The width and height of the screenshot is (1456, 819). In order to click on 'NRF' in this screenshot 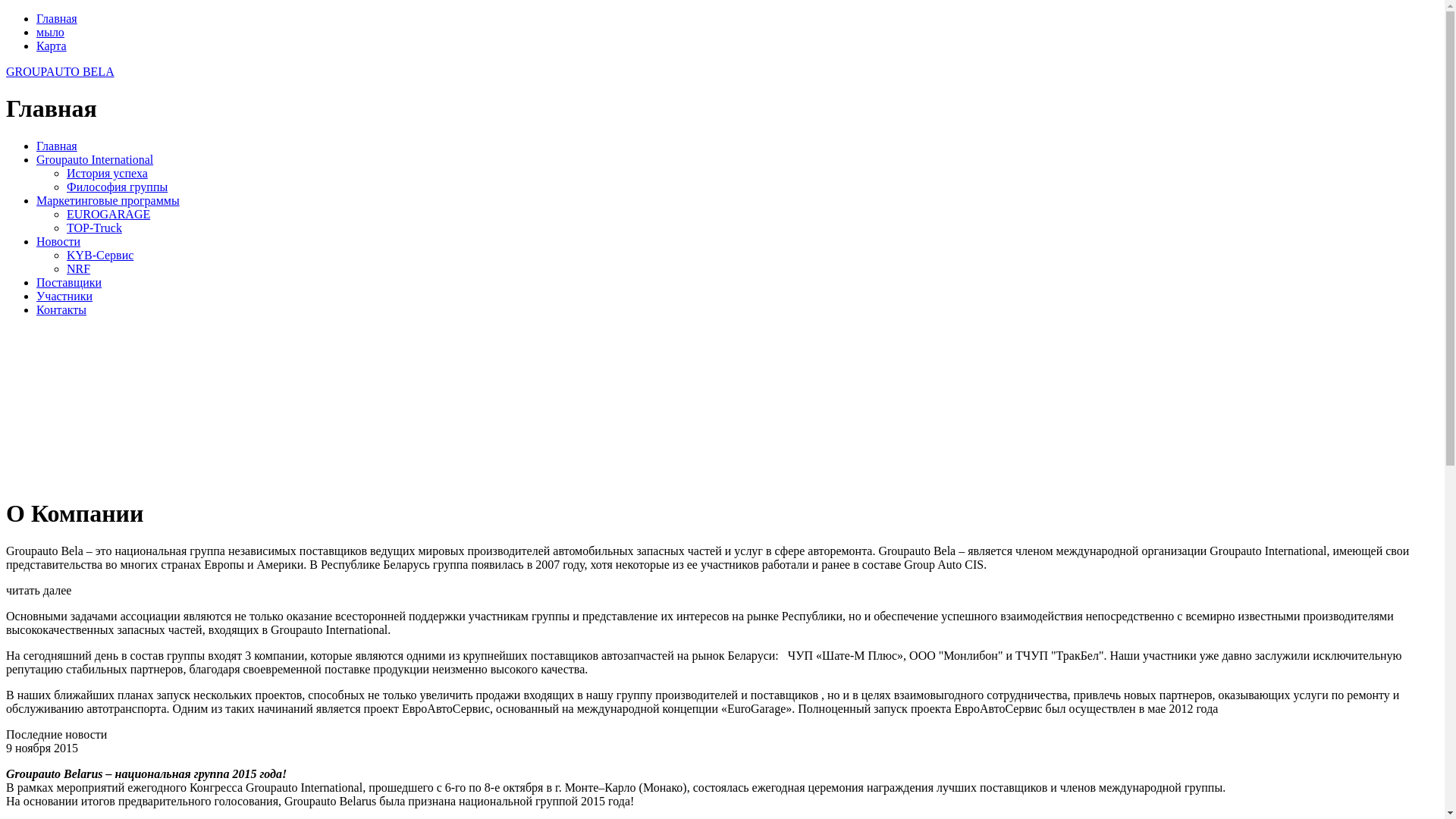, I will do `click(65, 268)`.